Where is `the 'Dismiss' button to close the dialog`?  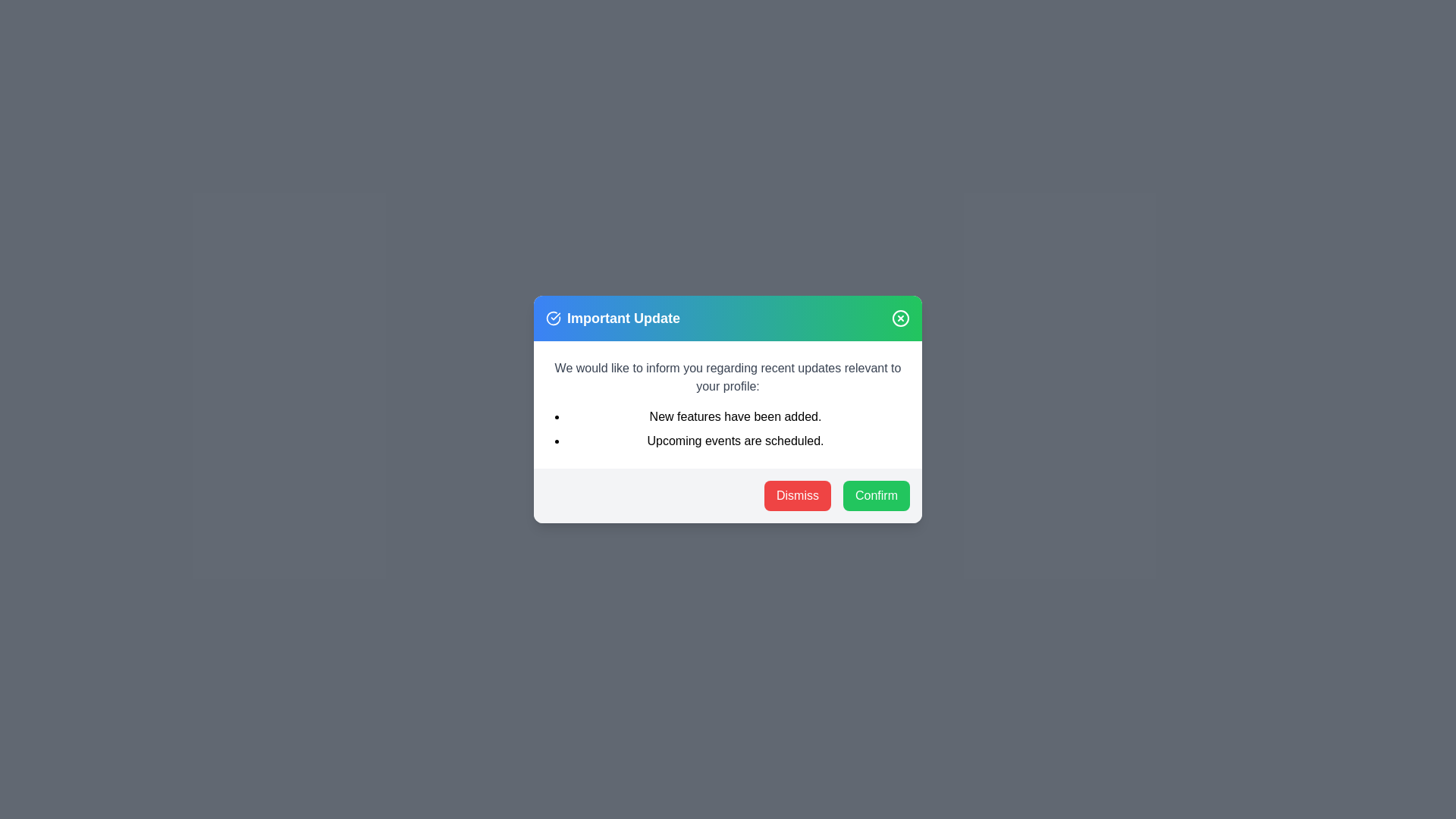
the 'Dismiss' button to close the dialog is located at coordinates (796, 496).